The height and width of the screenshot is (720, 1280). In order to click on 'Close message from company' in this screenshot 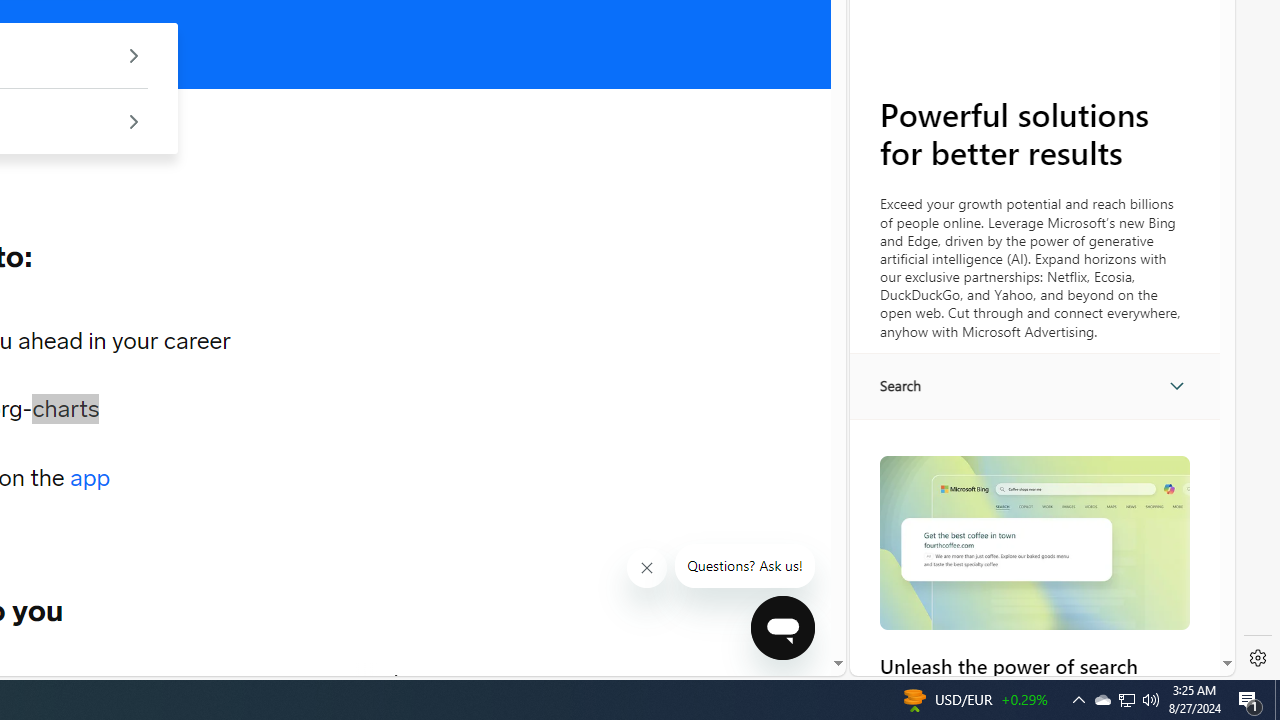, I will do `click(647, 568)`.